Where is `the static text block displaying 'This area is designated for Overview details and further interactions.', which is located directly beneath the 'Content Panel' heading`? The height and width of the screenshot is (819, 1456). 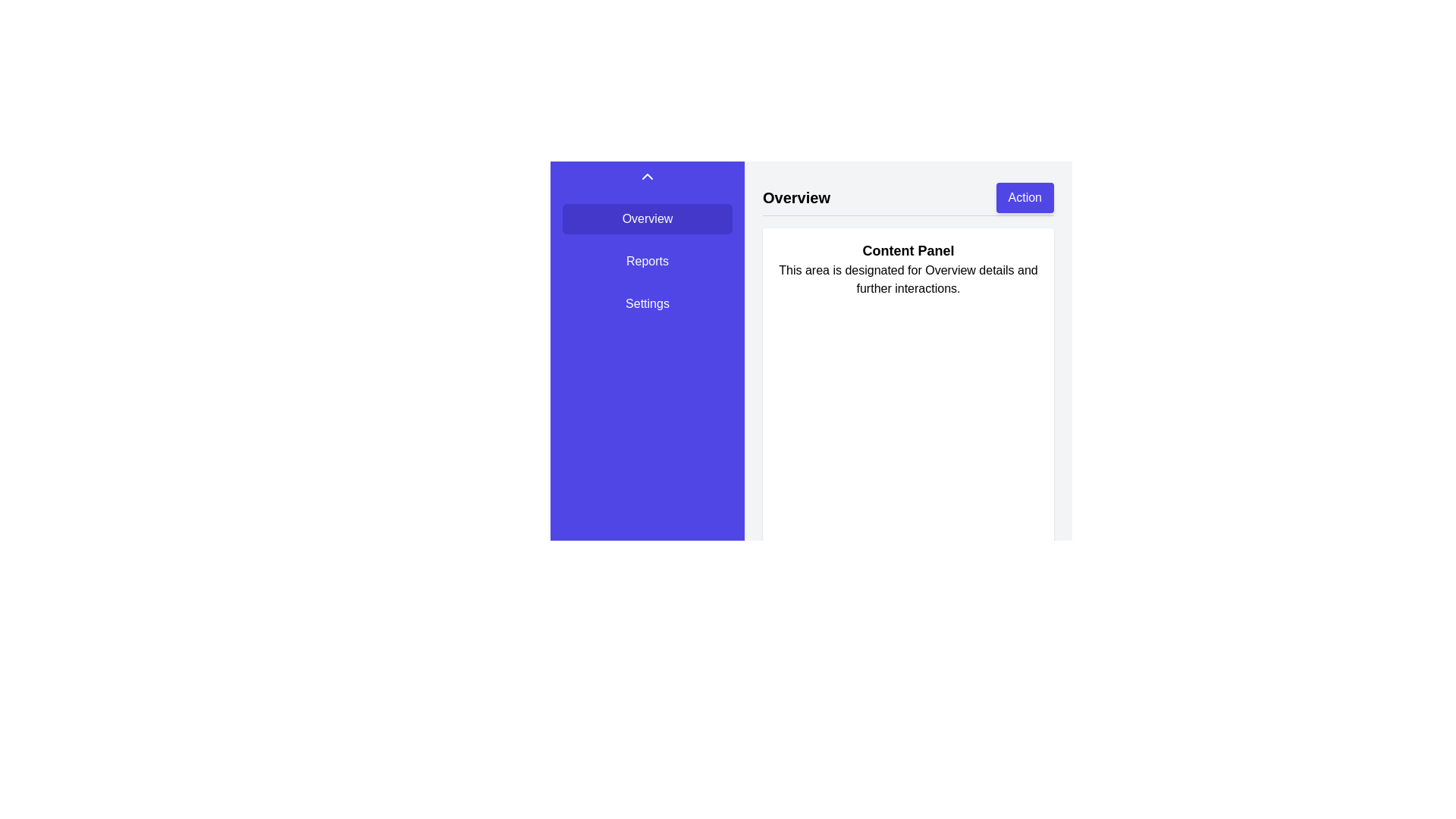 the static text block displaying 'This area is designated for Overview details and further interactions.', which is located directly beneath the 'Content Panel' heading is located at coordinates (908, 280).